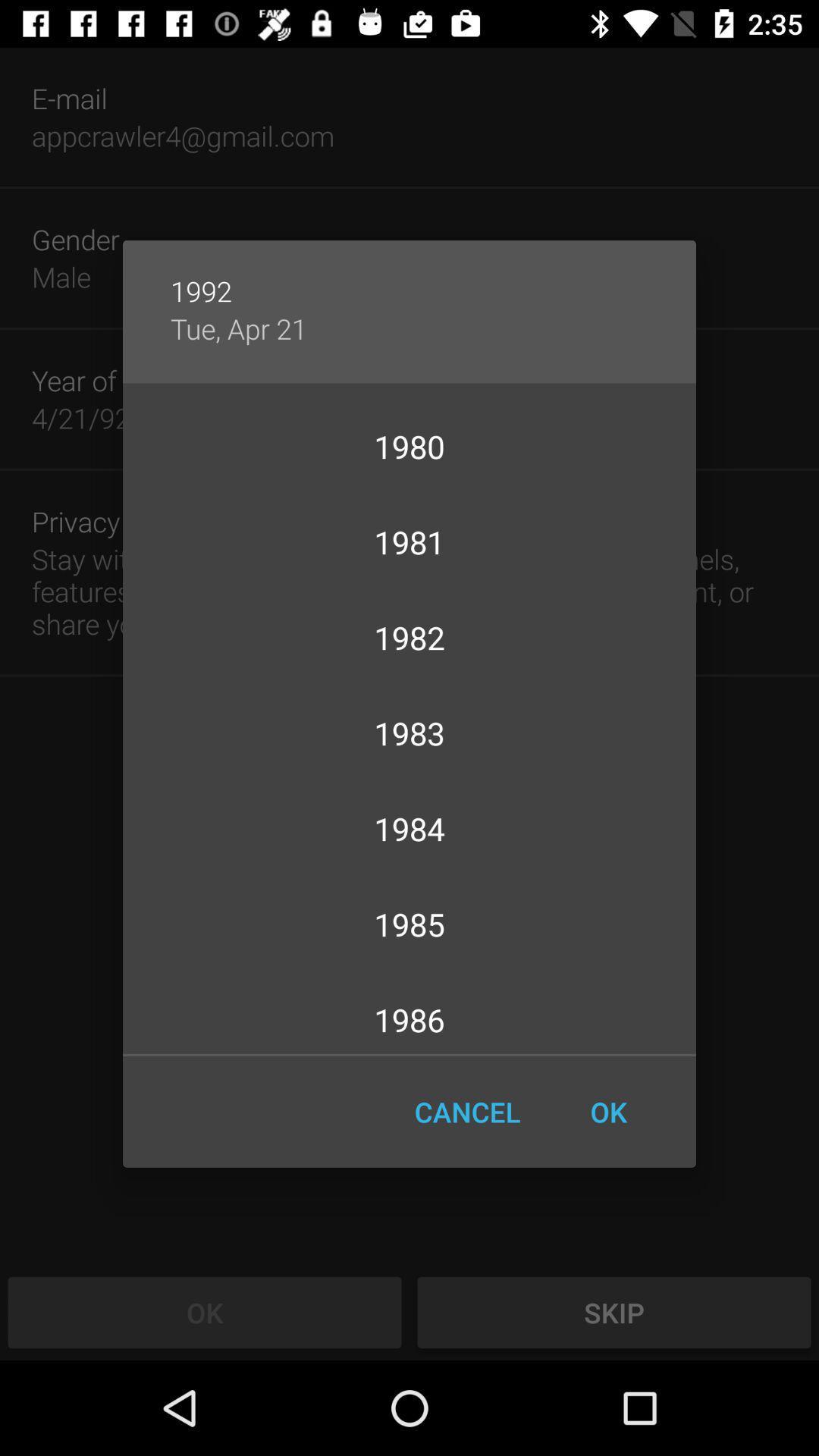 The image size is (819, 1456). I want to click on the icon above tue, apr 21 app, so click(409, 275).